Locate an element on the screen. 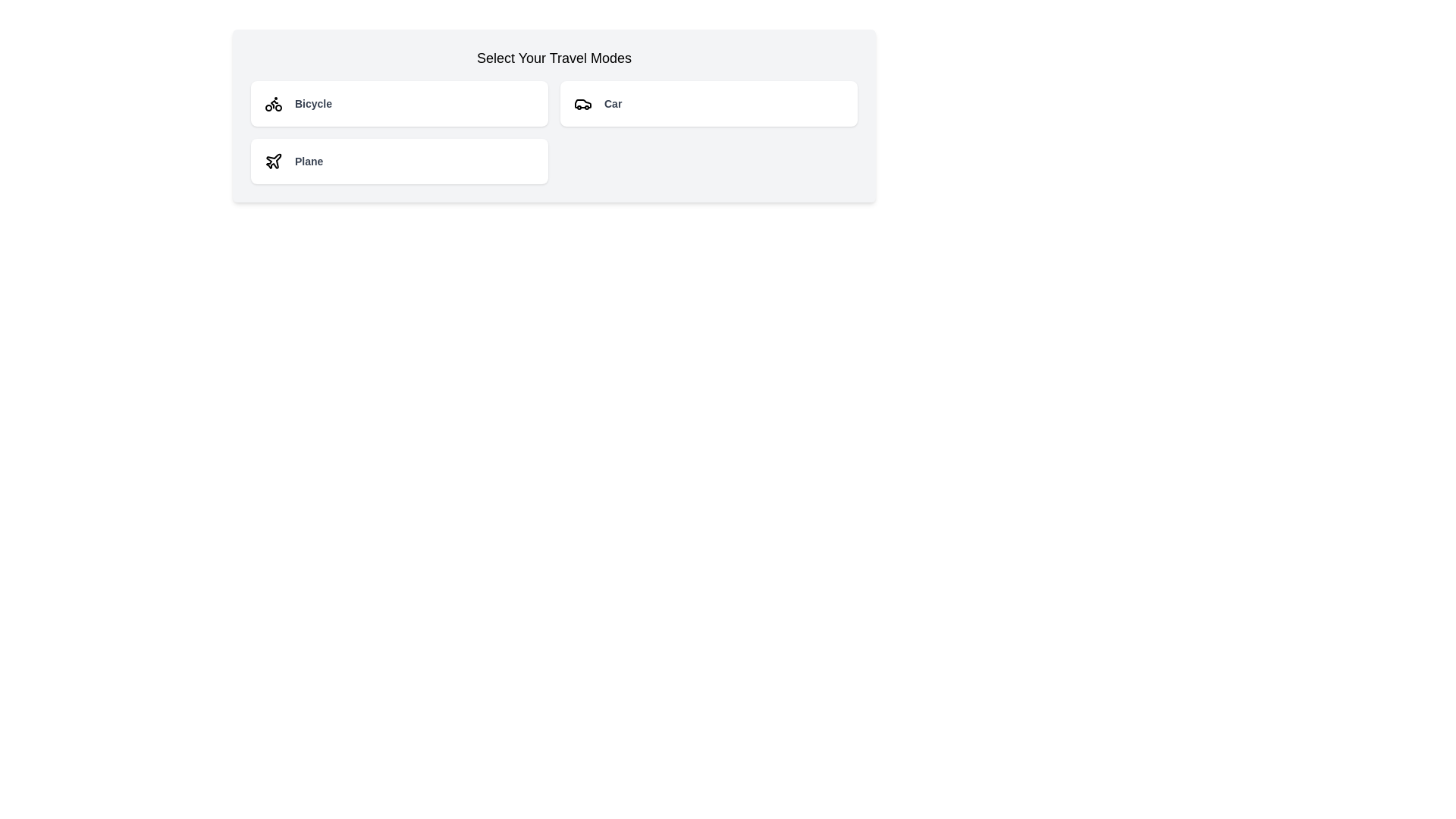 The image size is (1456, 819). the Bicycle icon in the selection menu located within the left segment of the options labeled 'Select Your Travel Modes' is located at coordinates (273, 103).